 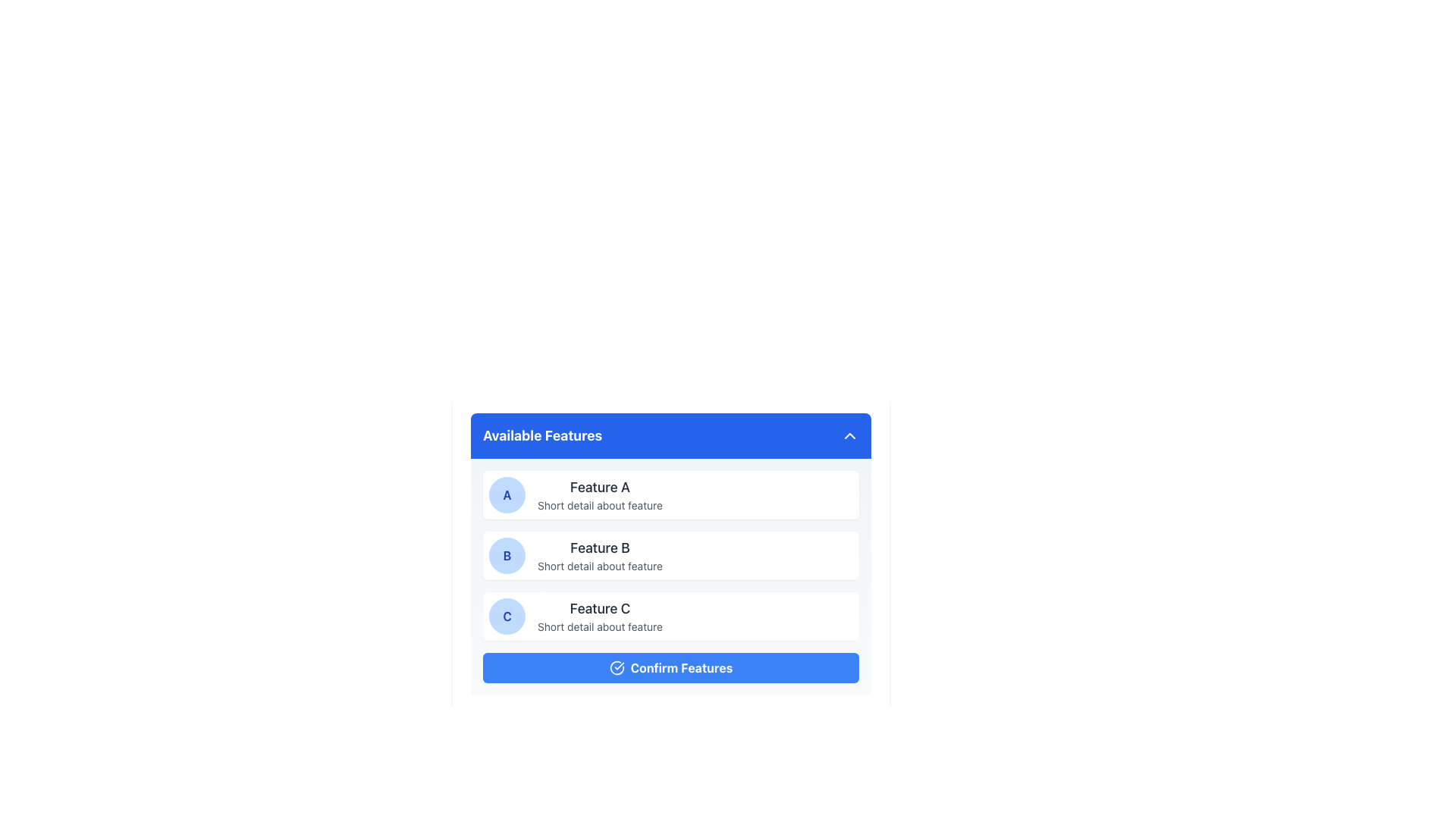 I want to click on the 'Feature B' list item in the 'Available Features' panel, so click(x=670, y=554).